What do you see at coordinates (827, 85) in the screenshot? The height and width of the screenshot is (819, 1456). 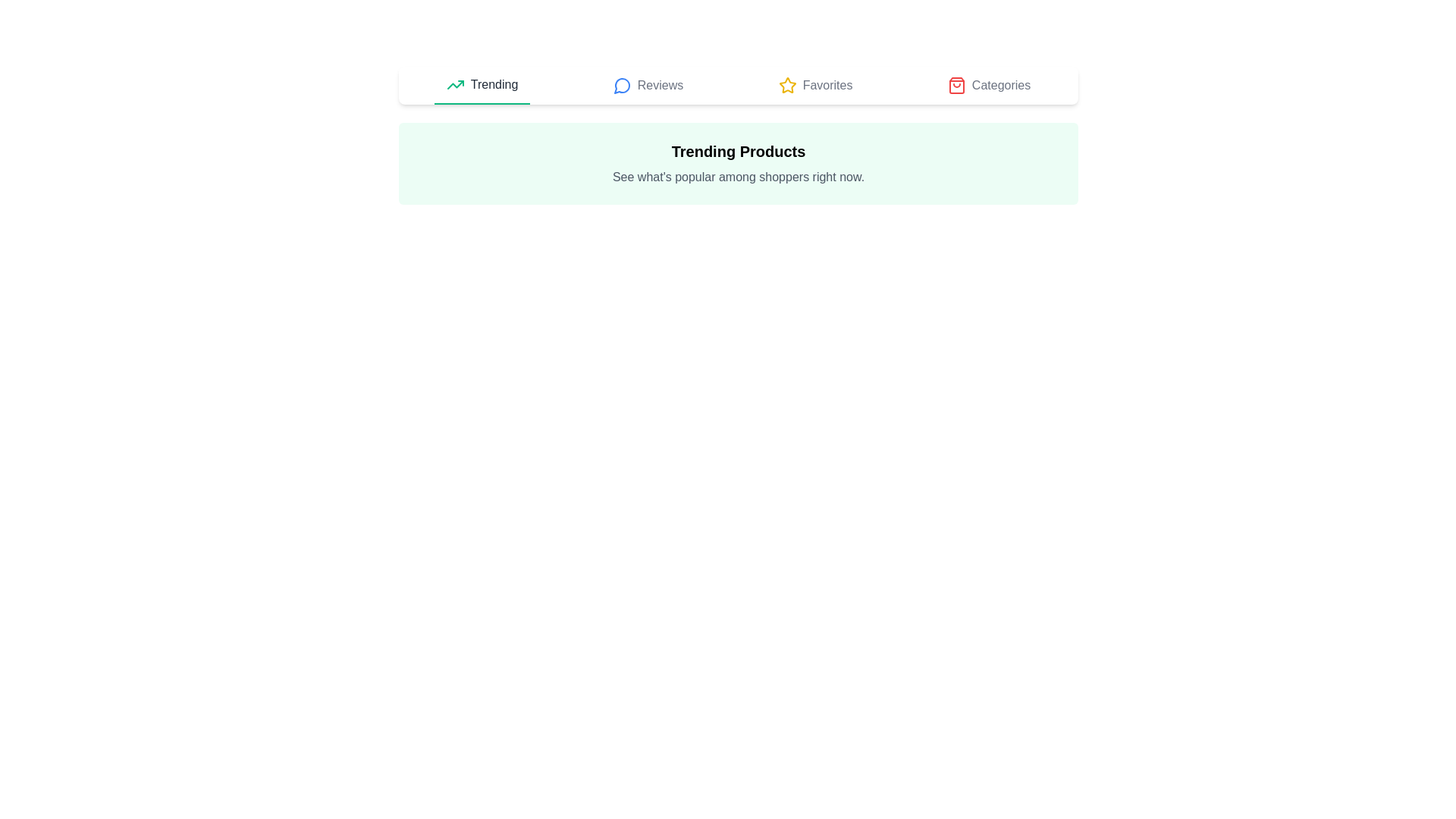 I see `the 'Favorites' text label, which is positioned to the right of the star icon in the navigation items group` at bounding box center [827, 85].